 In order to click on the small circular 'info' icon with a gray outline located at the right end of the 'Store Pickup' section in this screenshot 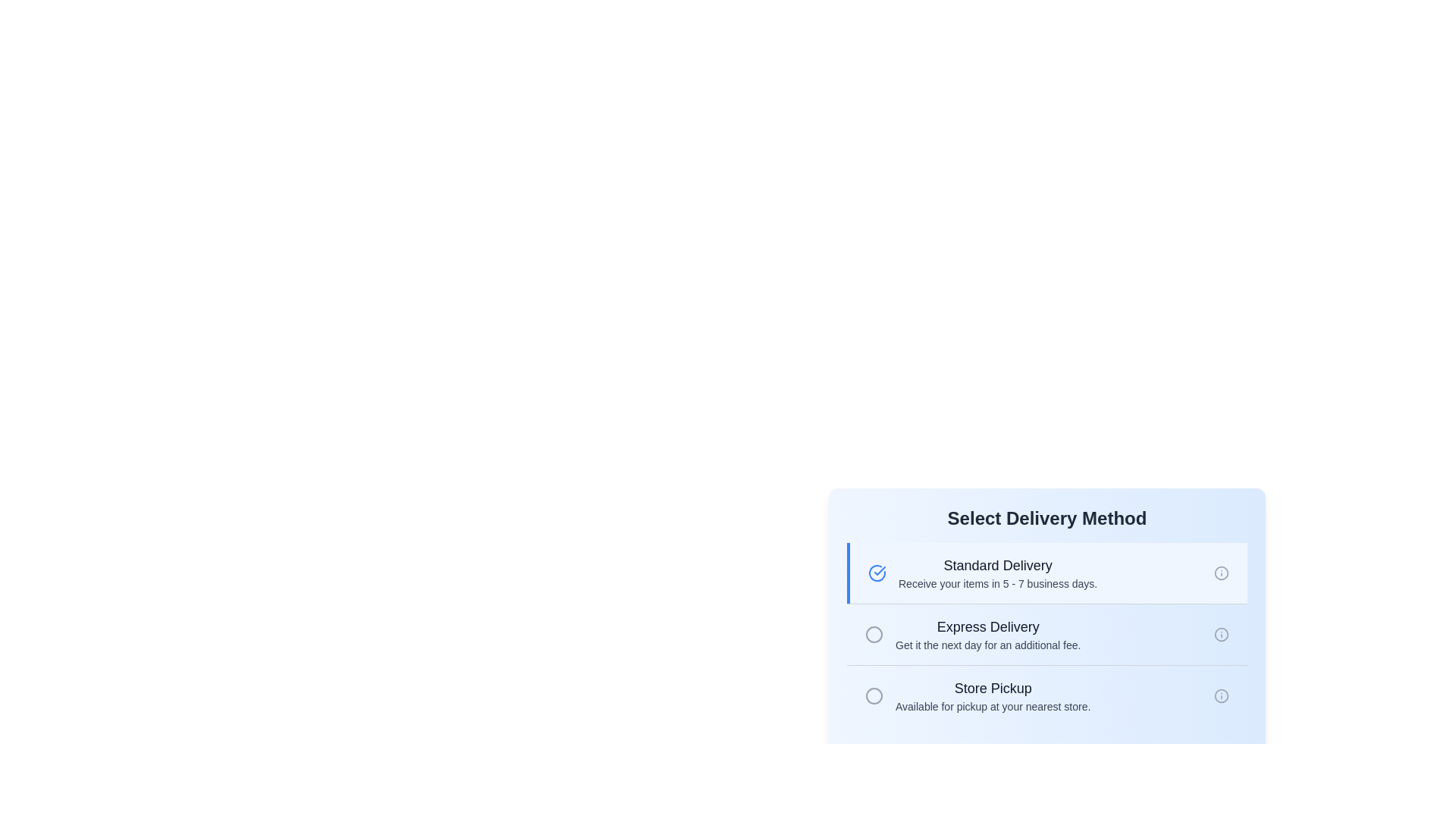, I will do `click(1222, 696)`.